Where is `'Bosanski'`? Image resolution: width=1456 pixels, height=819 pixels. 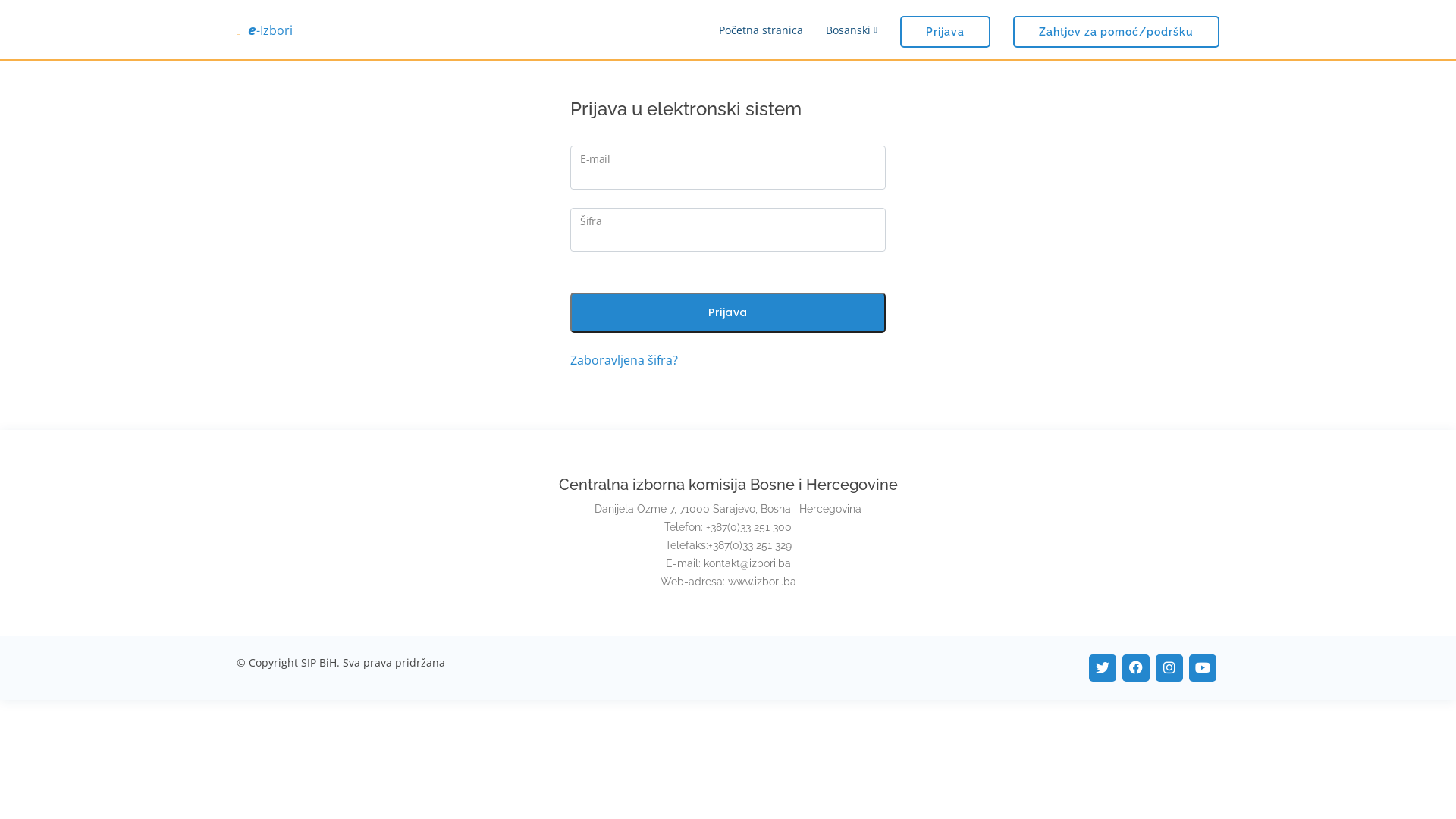
'Bosanski' is located at coordinates (839, 29).